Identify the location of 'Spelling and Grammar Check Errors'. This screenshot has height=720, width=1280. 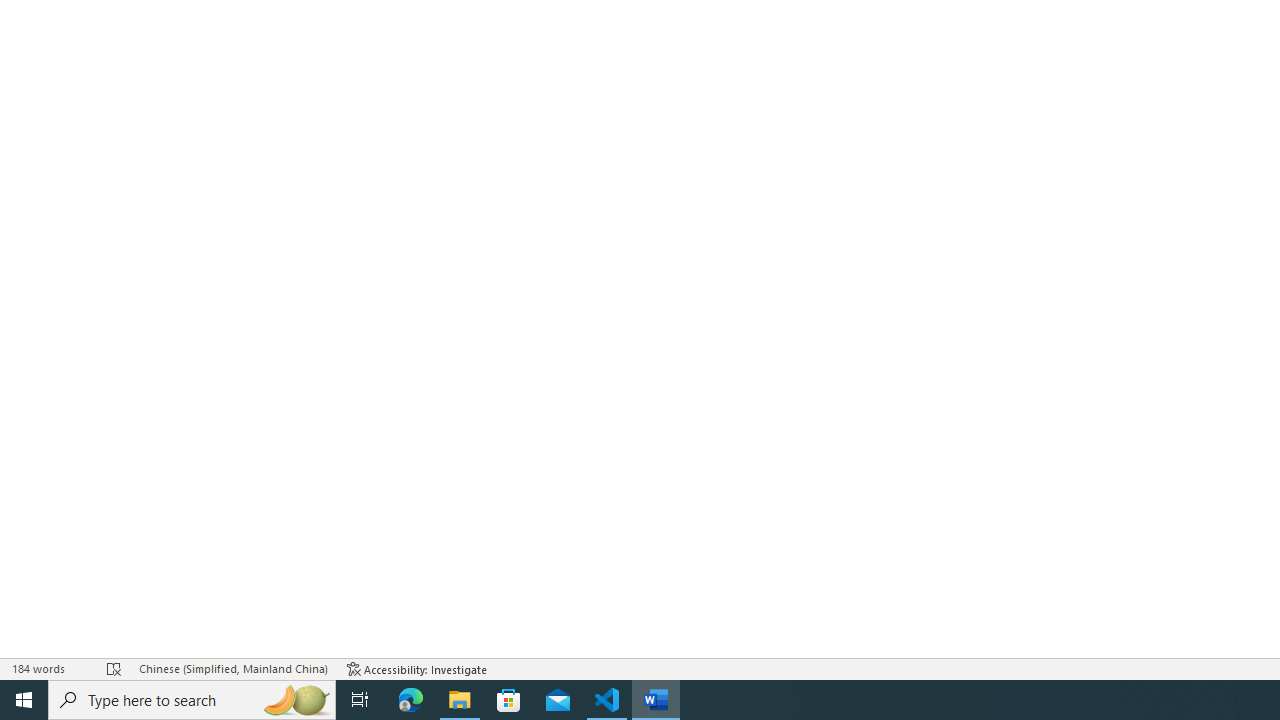
(113, 669).